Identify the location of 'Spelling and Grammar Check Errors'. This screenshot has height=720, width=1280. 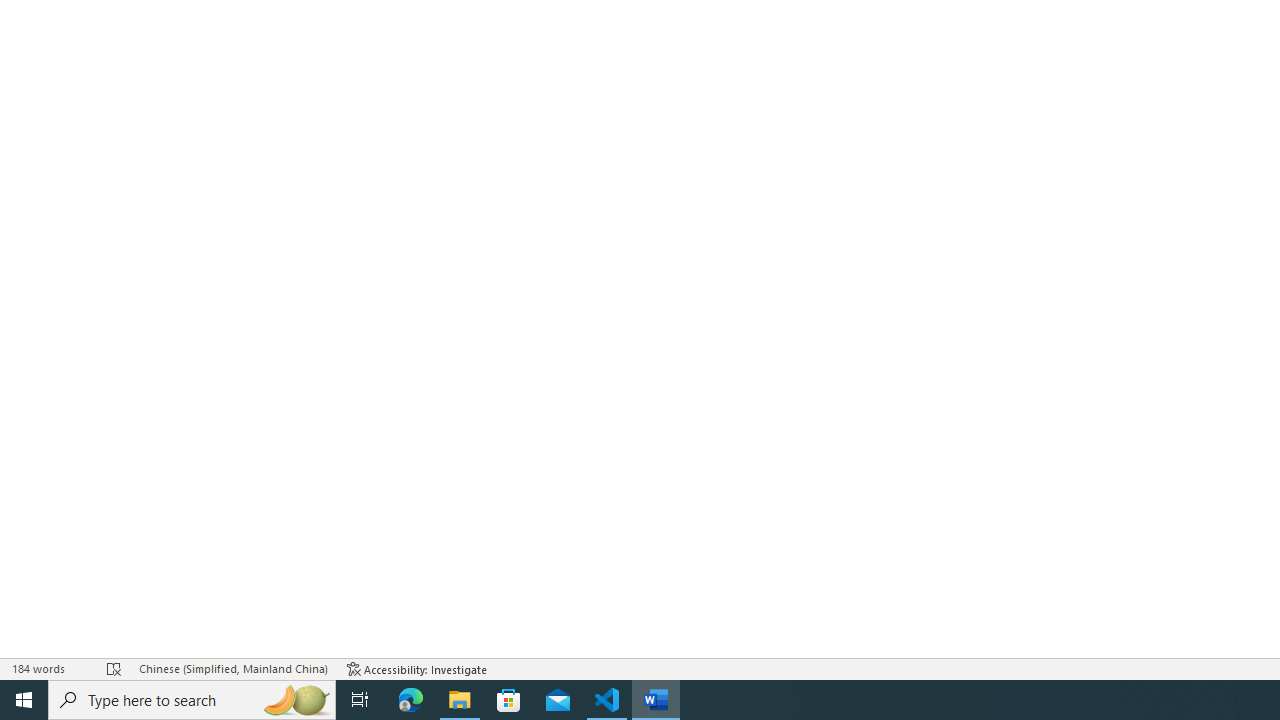
(113, 669).